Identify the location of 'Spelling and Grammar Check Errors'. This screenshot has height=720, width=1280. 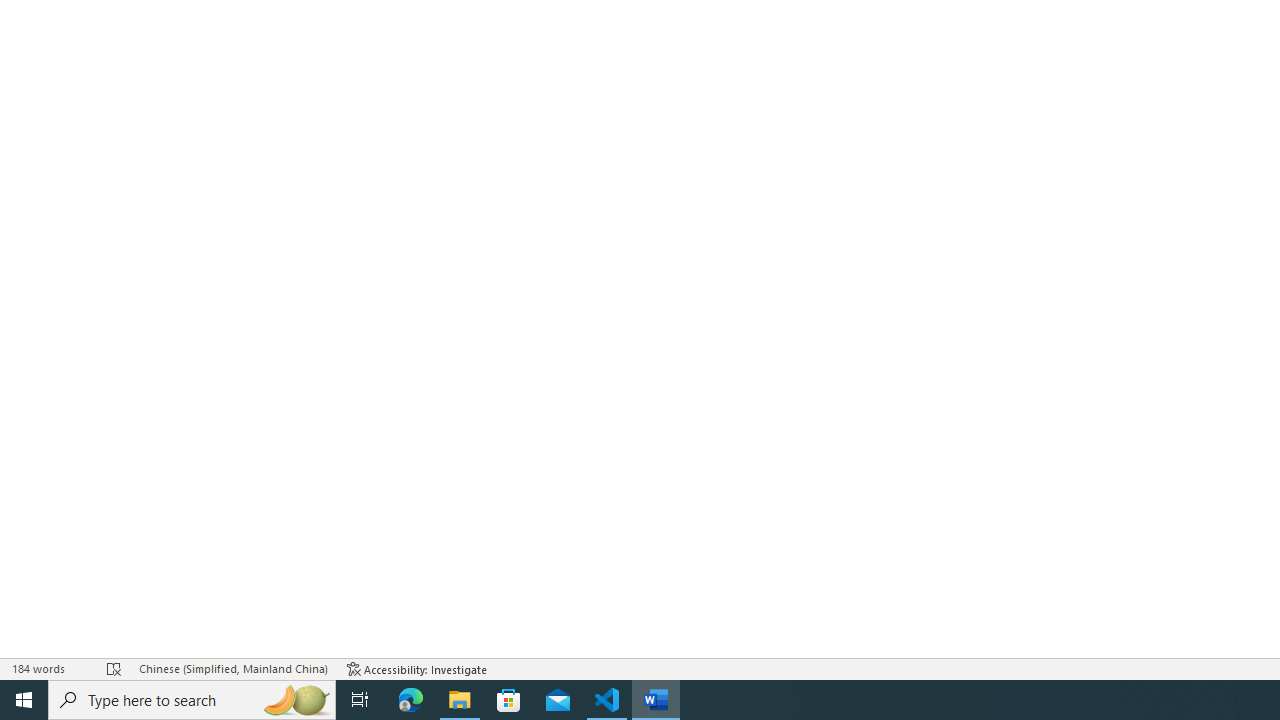
(113, 669).